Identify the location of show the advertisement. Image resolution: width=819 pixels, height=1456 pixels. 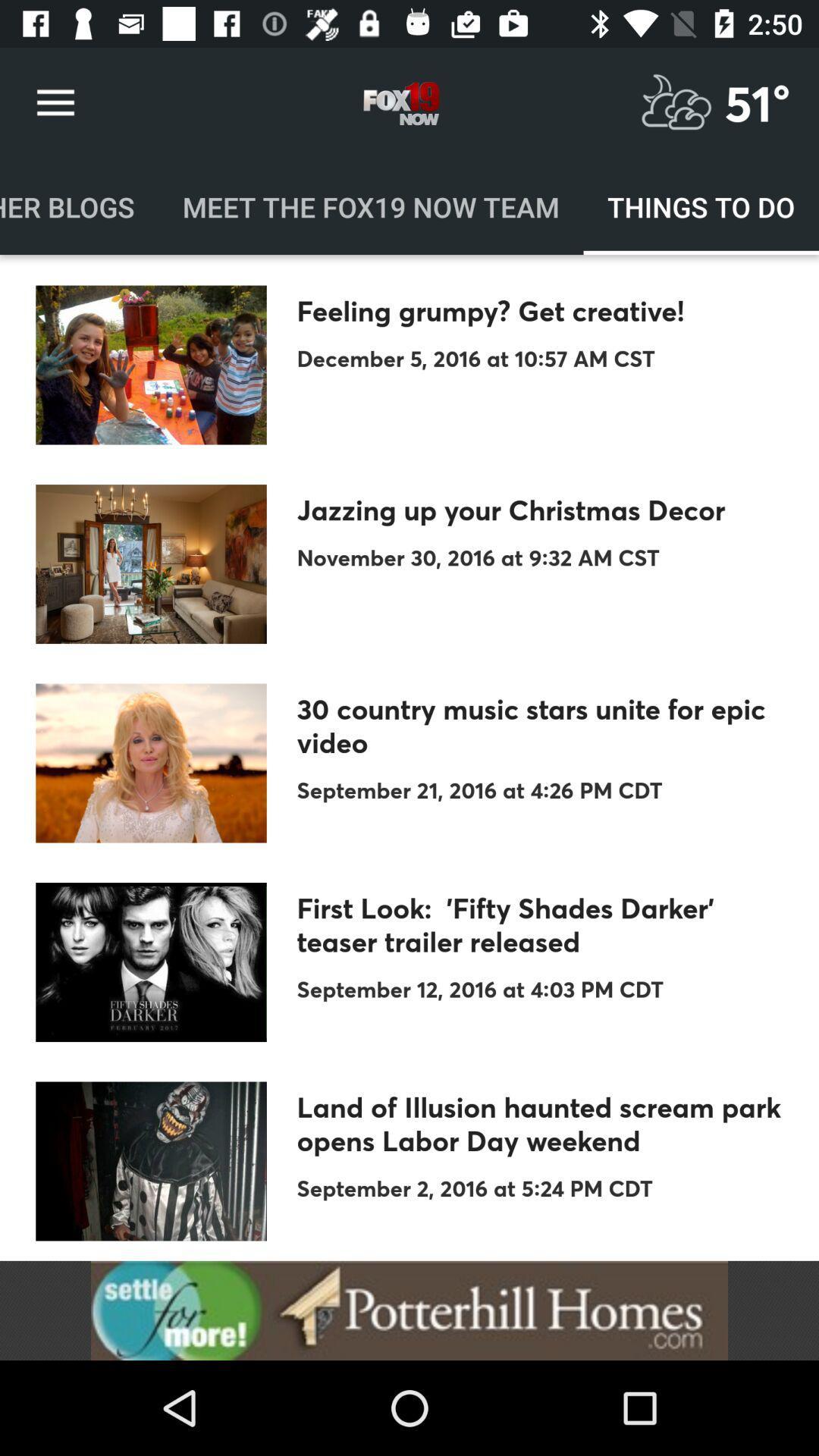
(409, 1310).